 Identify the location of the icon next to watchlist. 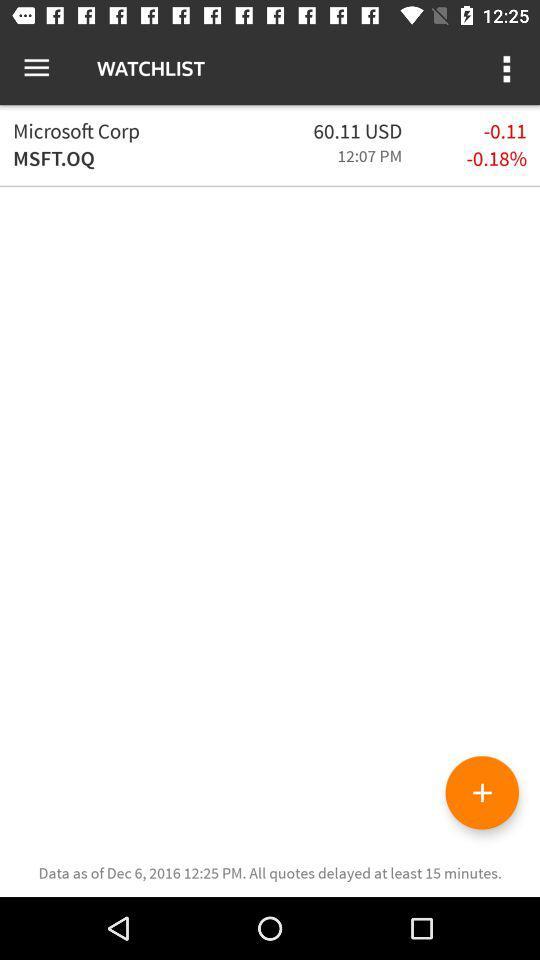
(36, 68).